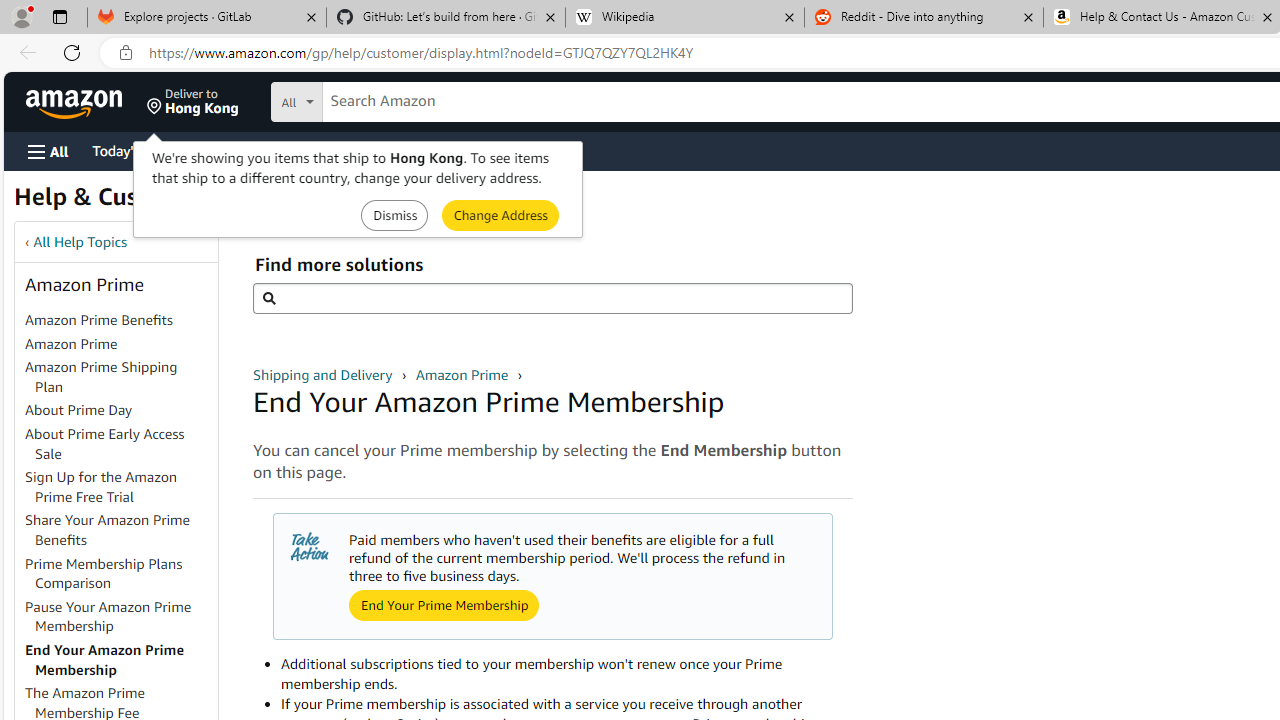 The height and width of the screenshot is (720, 1280). What do you see at coordinates (360, 149) in the screenshot?
I see `'Registry'` at bounding box center [360, 149].